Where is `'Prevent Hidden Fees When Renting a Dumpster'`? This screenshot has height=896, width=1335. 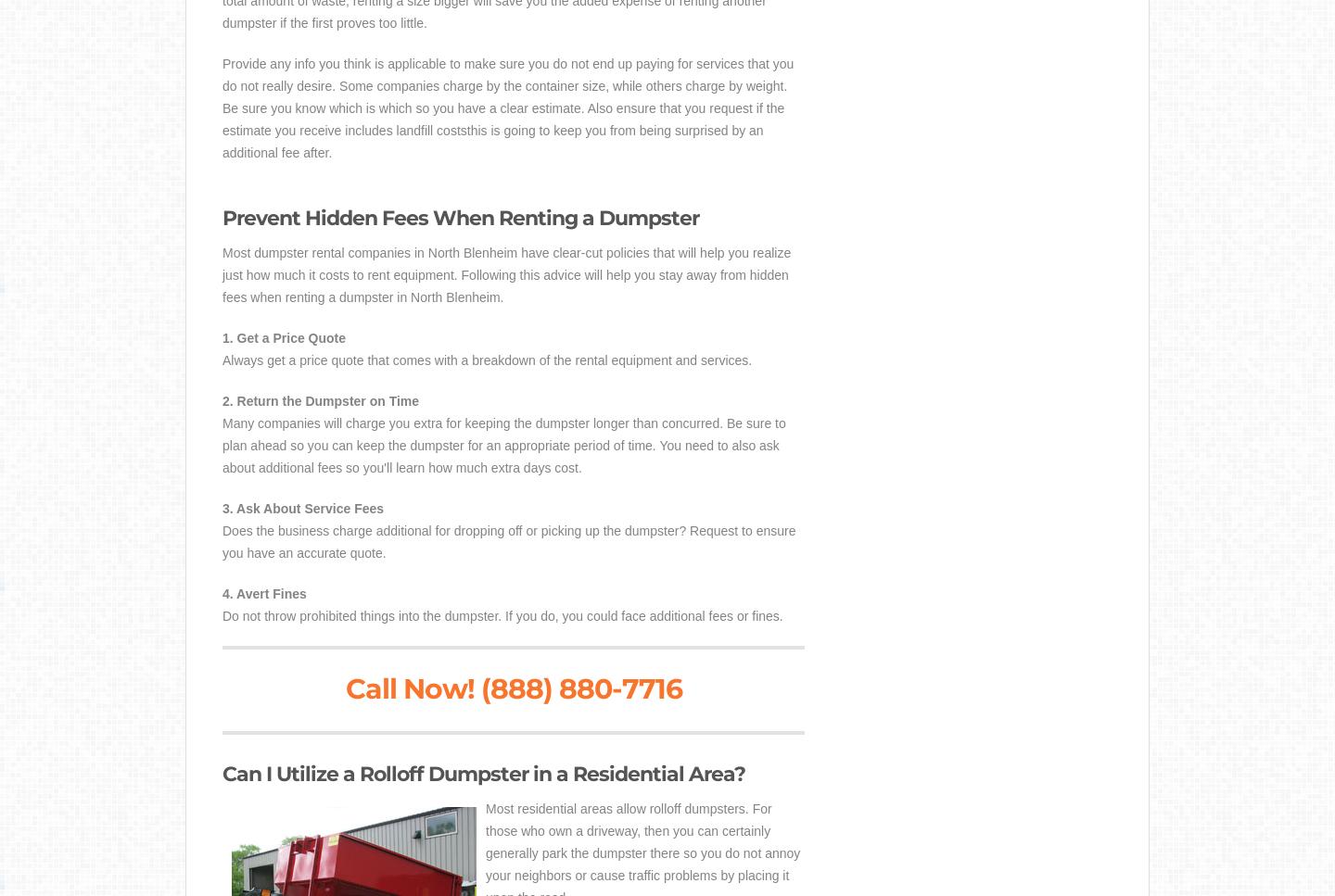
'Prevent Hidden Fees When Renting a Dumpster' is located at coordinates (222, 218).